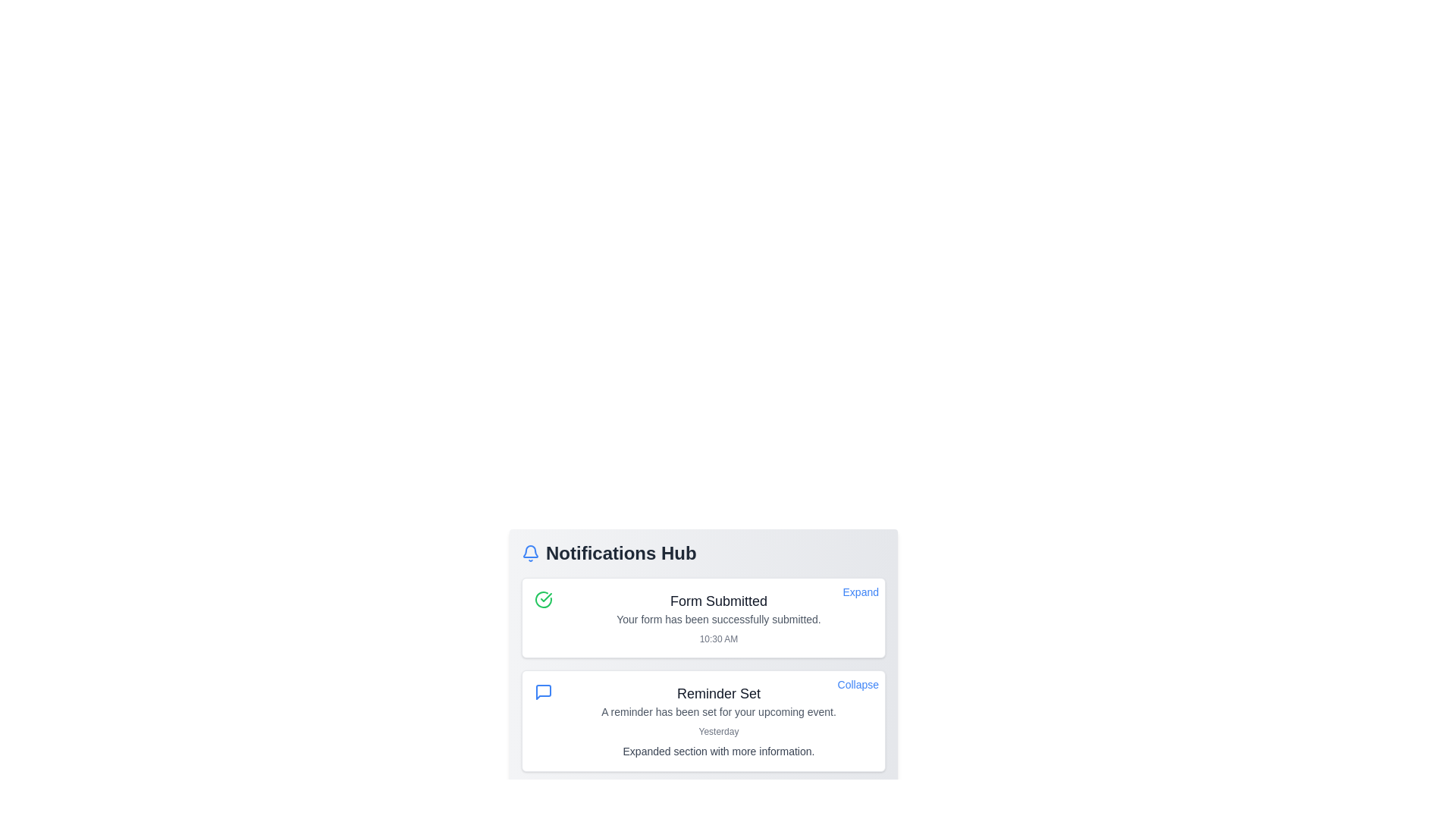  Describe the element at coordinates (861, 591) in the screenshot. I see `the blue 'Expand' text link located in the top-right corner of the notification card` at that location.